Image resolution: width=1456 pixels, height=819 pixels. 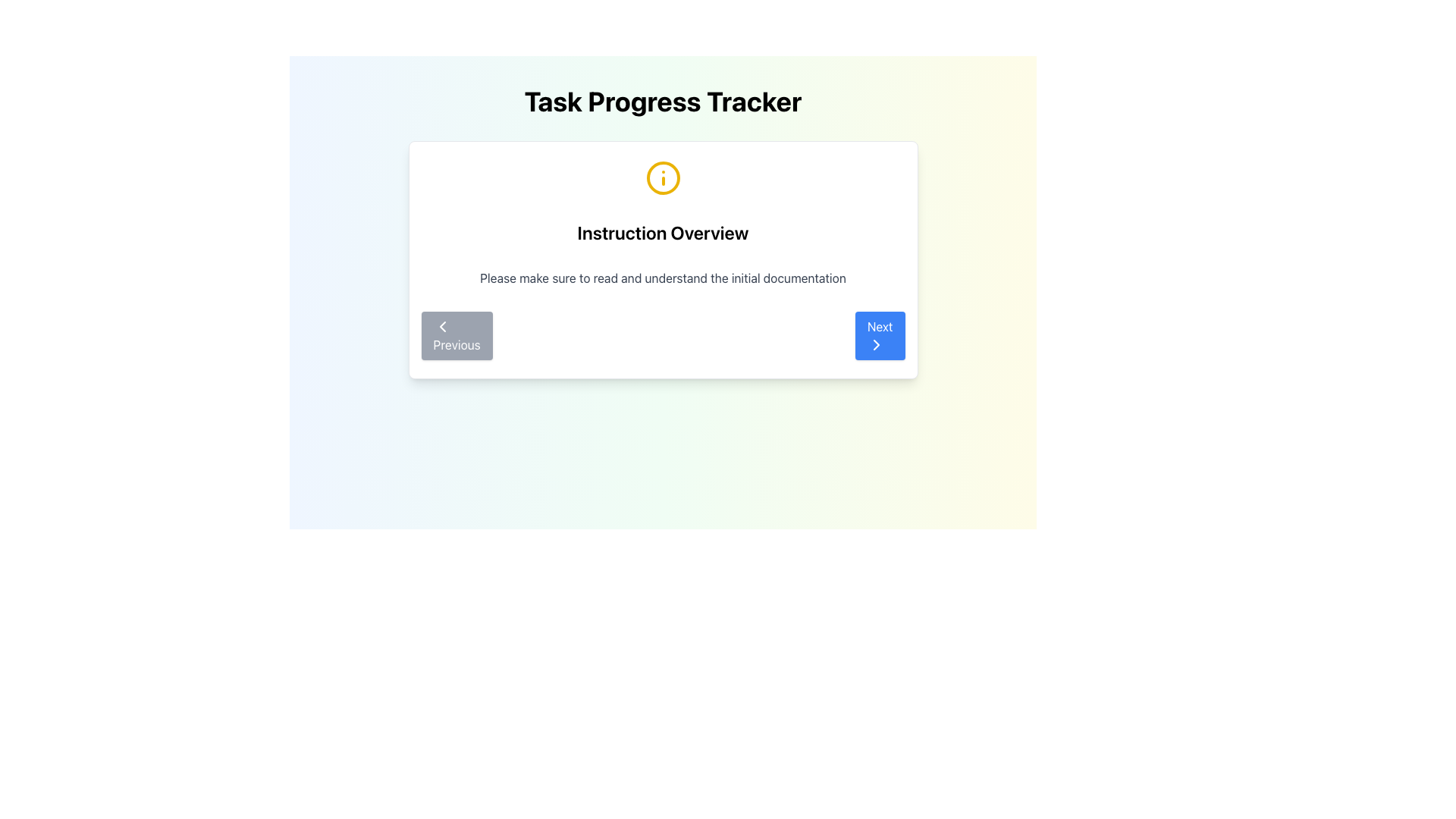 I want to click on the rightward-facing chevron icon that is part of the 'Next' button, which is adjacent to the button with the text 'Next', so click(x=876, y=345).